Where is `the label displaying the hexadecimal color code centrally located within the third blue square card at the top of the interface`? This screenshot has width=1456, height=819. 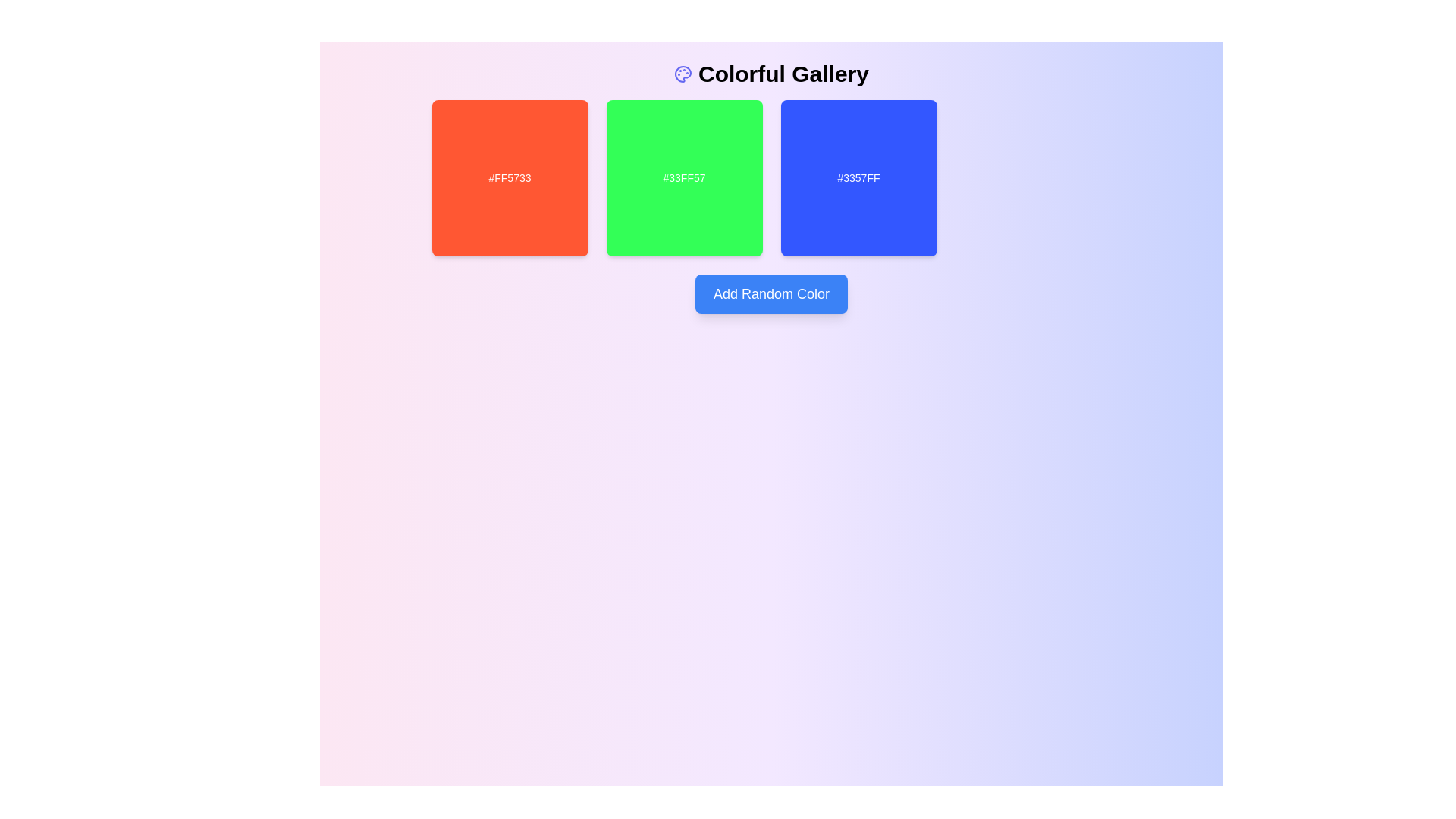
the label displaying the hexadecimal color code centrally located within the third blue square card at the top of the interface is located at coordinates (858, 177).